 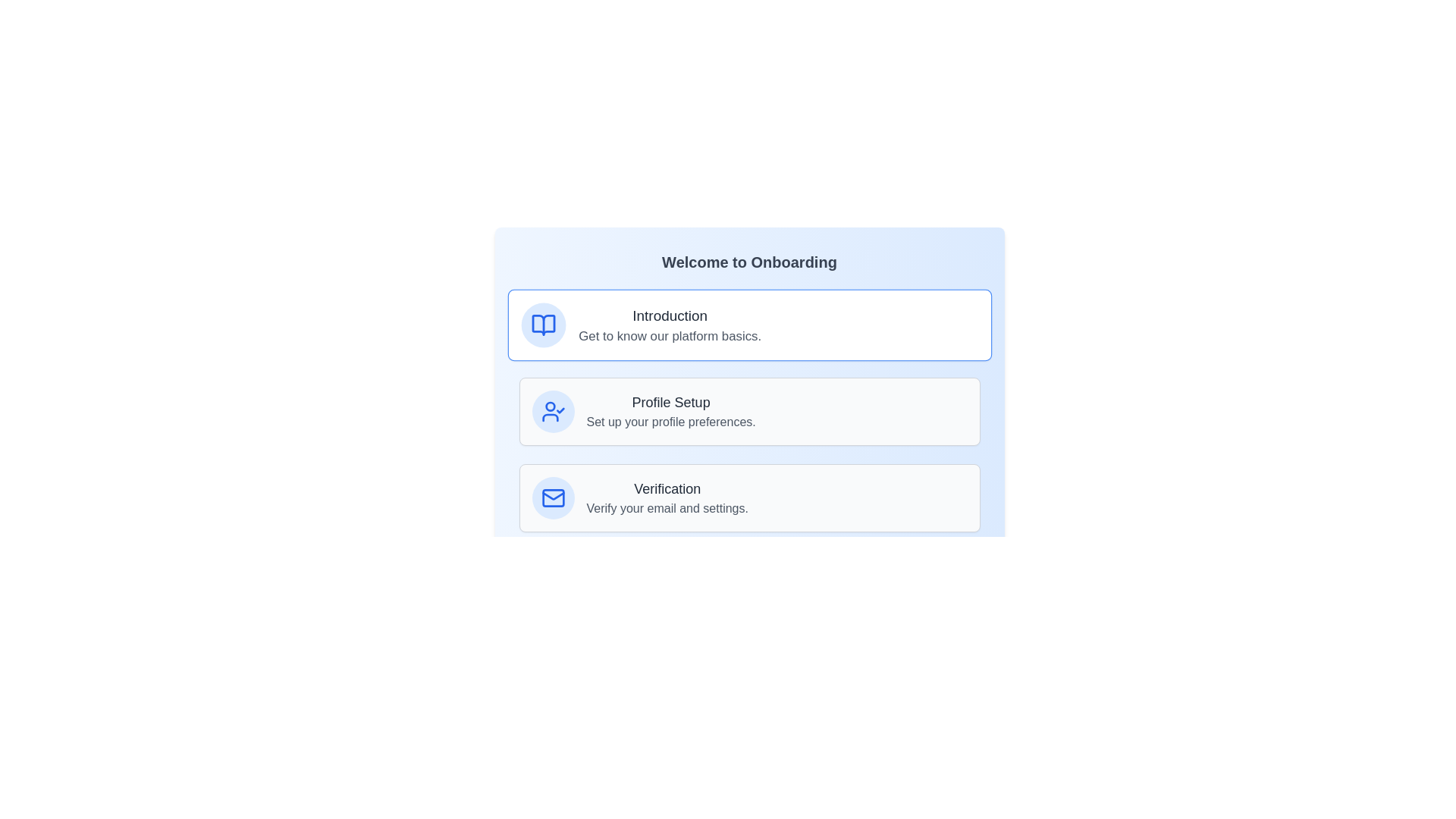 What do you see at coordinates (552, 497) in the screenshot?
I see `the 'Verification' icon located to the left of the label 'Verification Verify your email and settings' in the onboarding steps` at bounding box center [552, 497].